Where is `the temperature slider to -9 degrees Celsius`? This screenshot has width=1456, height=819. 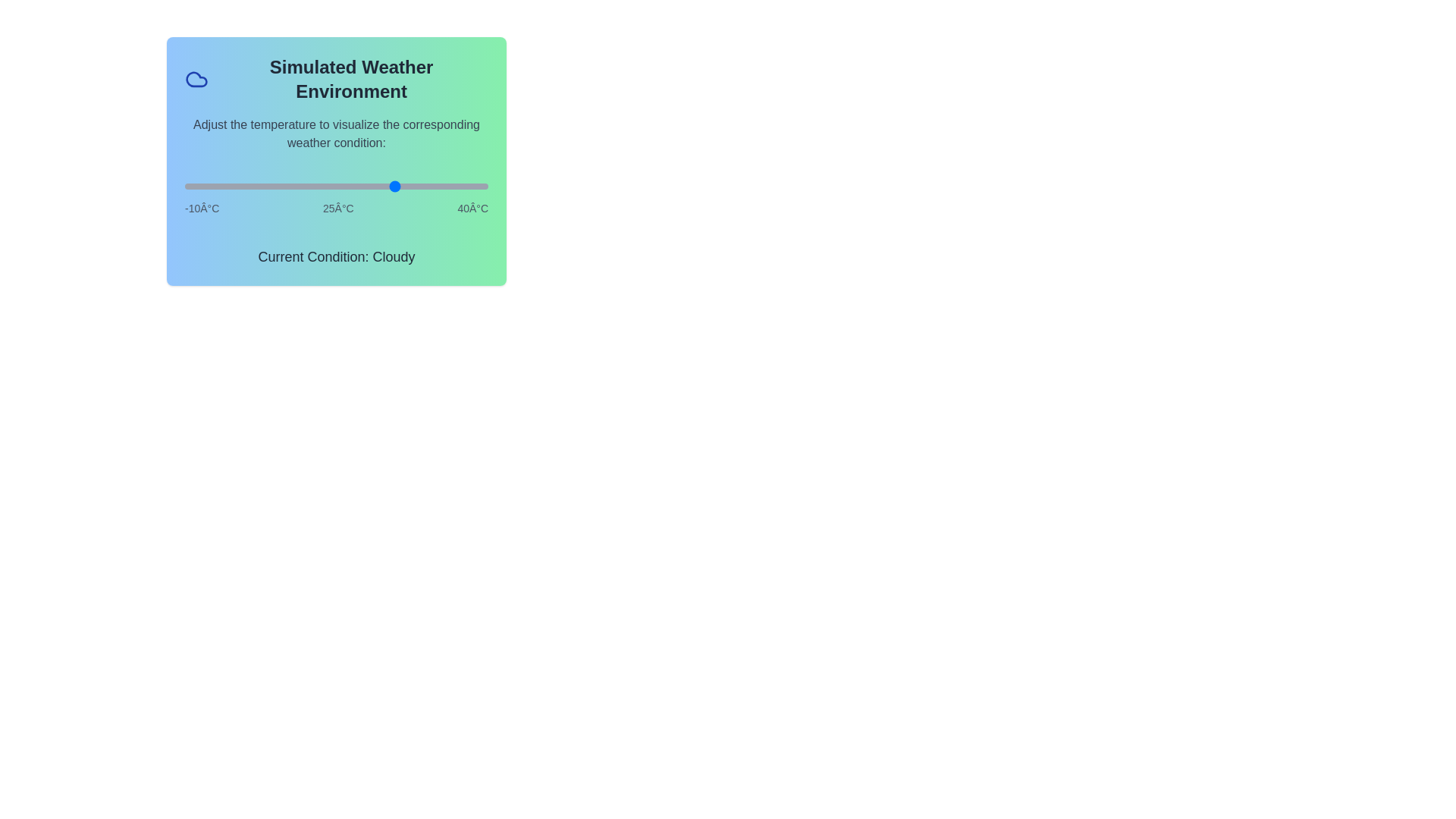 the temperature slider to -9 degrees Celsius is located at coordinates (190, 186).